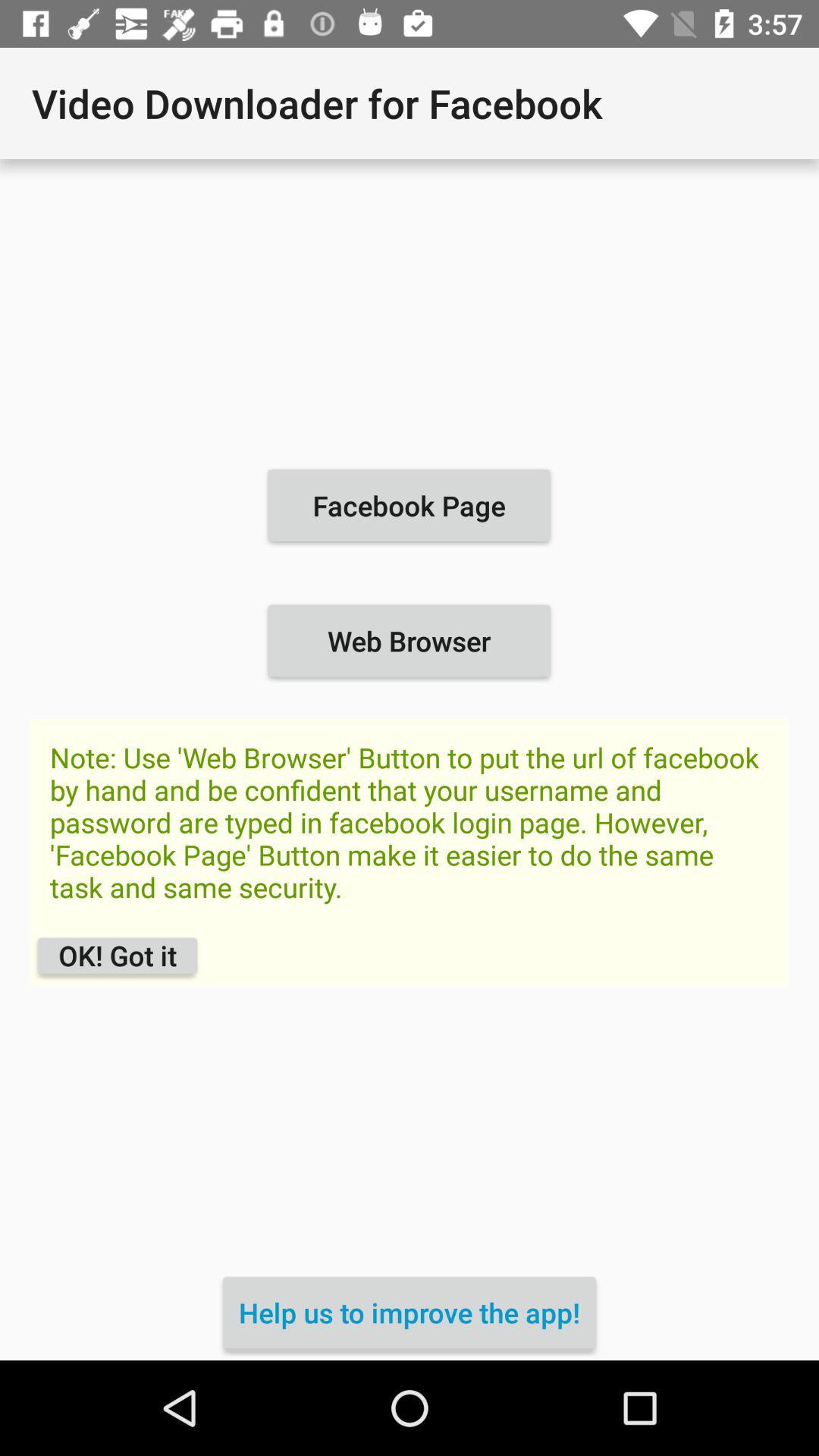 This screenshot has width=819, height=1456. What do you see at coordinates (409, 1312) in the screenshot?
I see `the help us to item` at bounding box center [409, 1312].